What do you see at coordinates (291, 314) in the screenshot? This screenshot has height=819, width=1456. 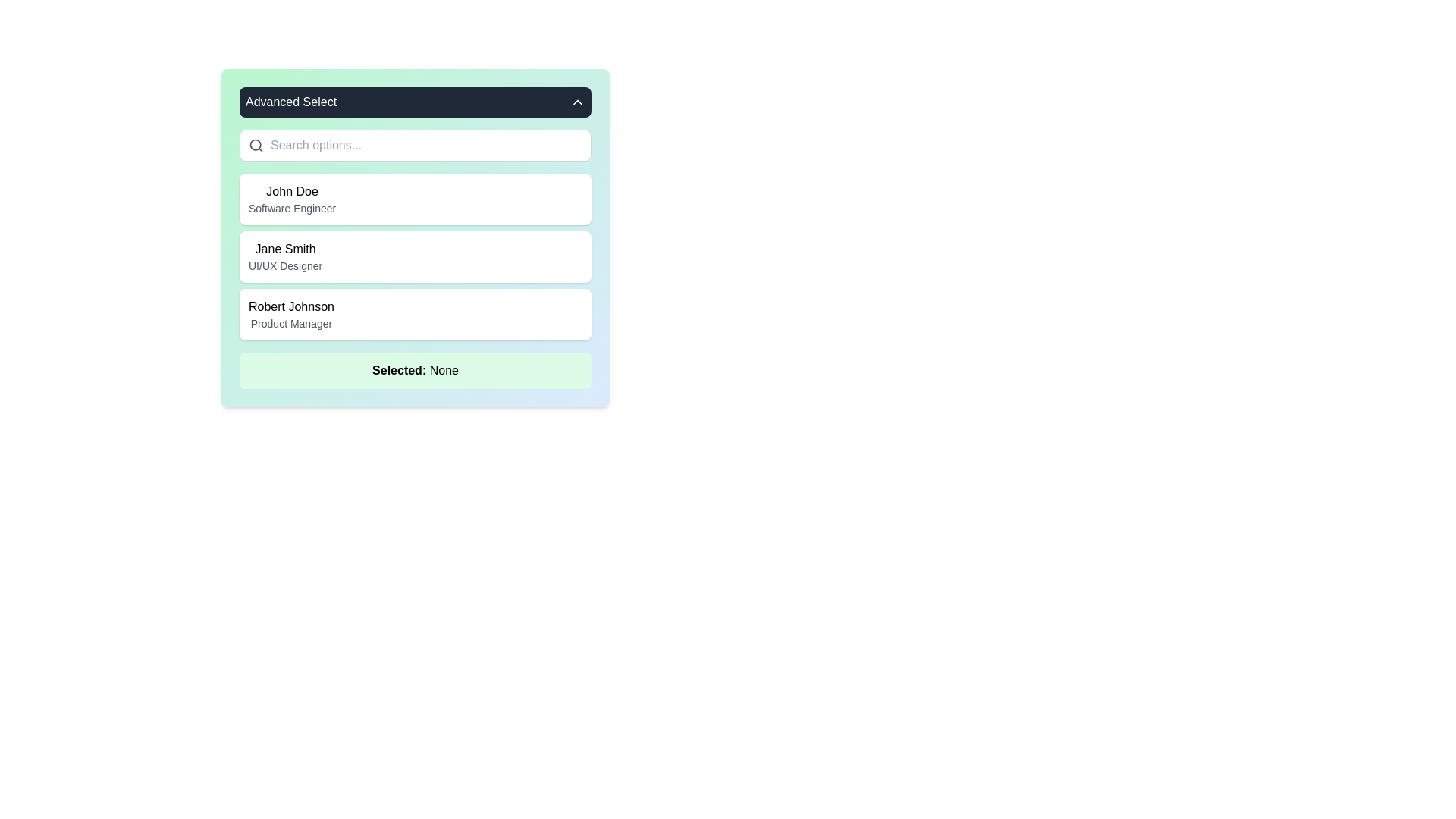 I see `the text element displaying 'Robert Johnson'` at bounding box center [291, 314].